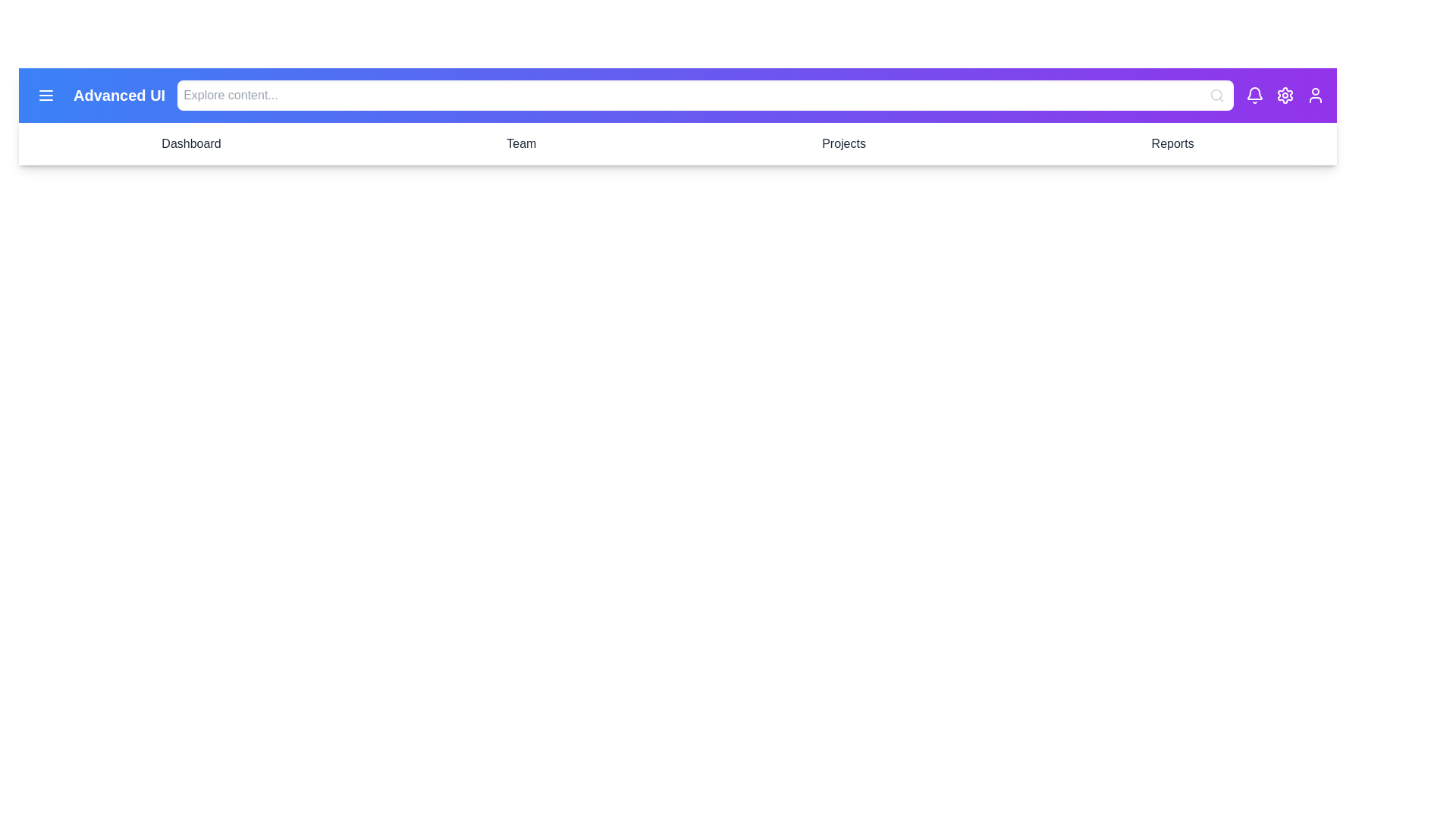 The image size is (1456, 819). Describe the element at coordinates (520, 143) in the screenshot. I see `the Team tab to navigate to the corresponding section` at that location.